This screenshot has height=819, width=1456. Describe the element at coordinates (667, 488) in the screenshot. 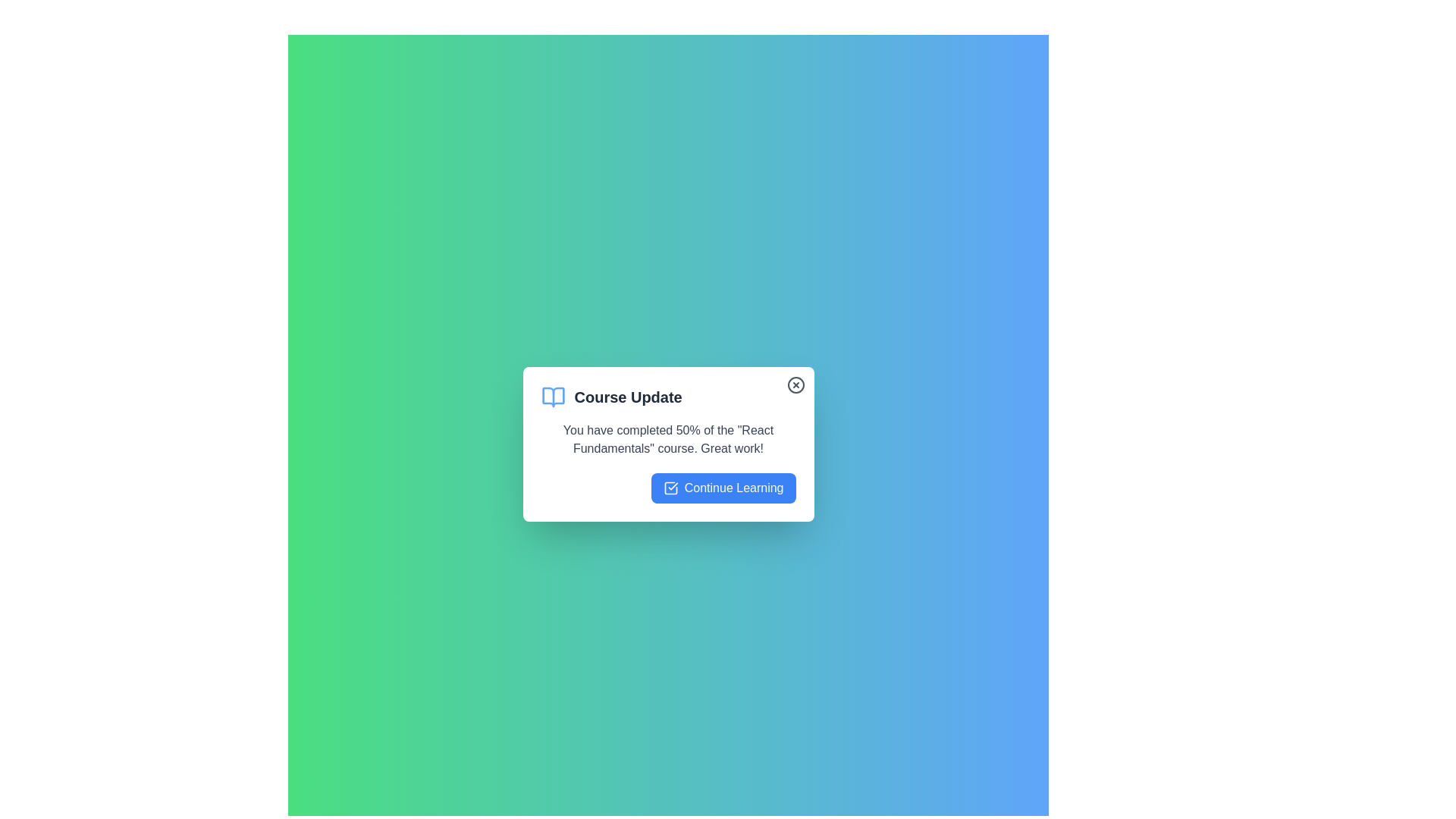

I see `the button that allows users to confirm or proceed with an action in the 'Course Update' dialog box for accessibility navigation` at that location.